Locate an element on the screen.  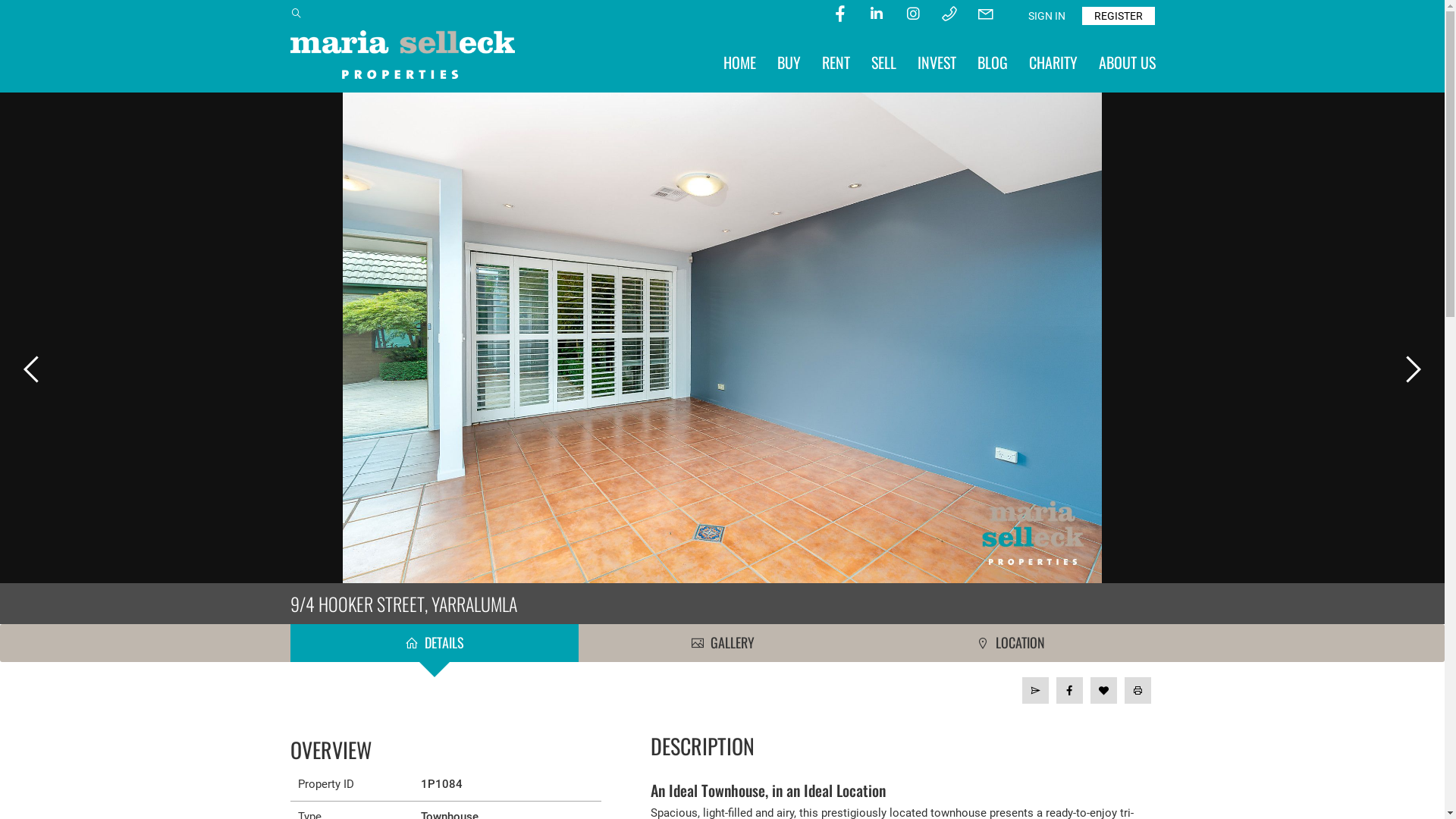
'HOME' is located at coordinates (739, 61).